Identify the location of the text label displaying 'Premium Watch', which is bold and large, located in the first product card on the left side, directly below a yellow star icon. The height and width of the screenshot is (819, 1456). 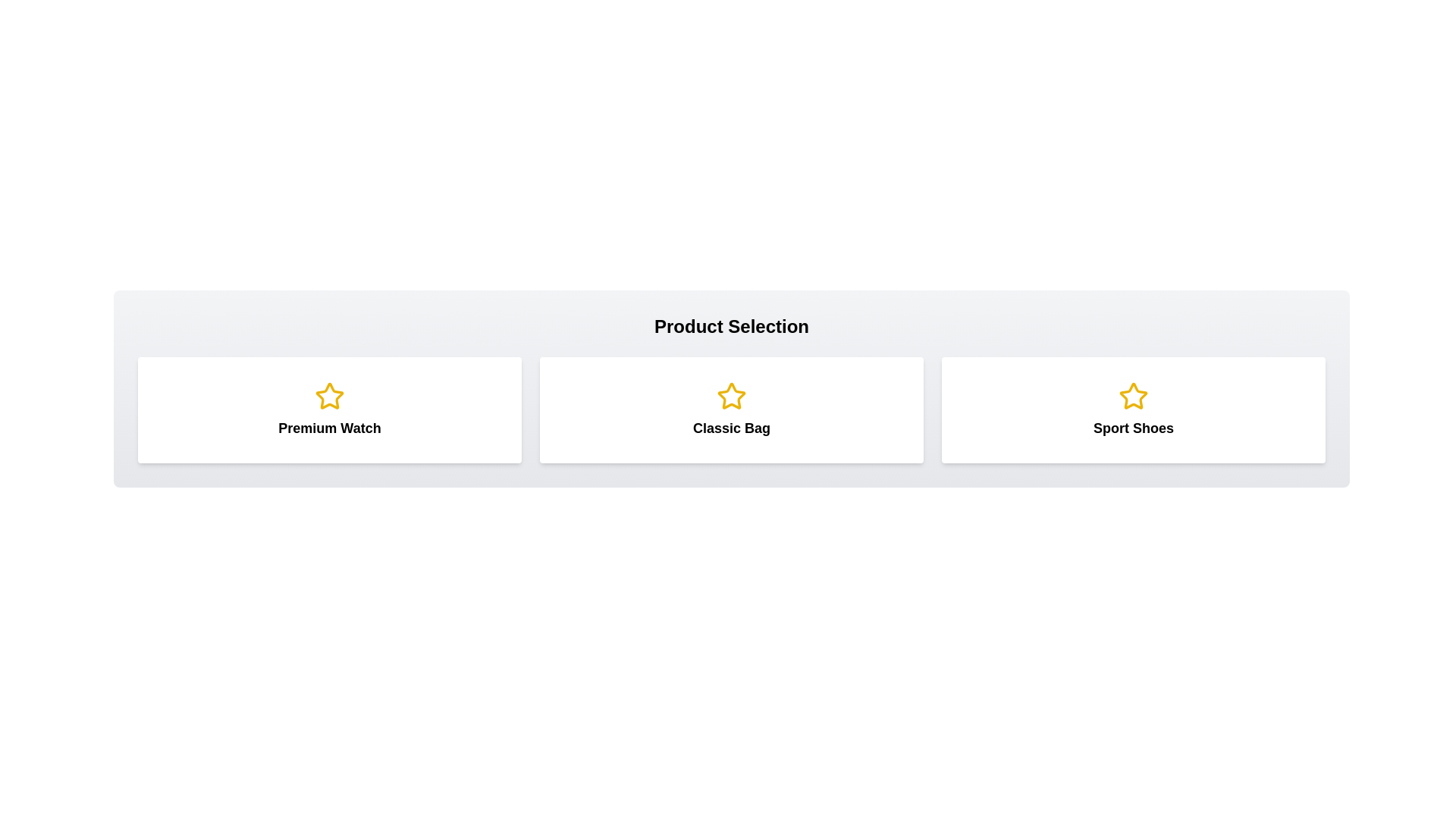
(329, 428).